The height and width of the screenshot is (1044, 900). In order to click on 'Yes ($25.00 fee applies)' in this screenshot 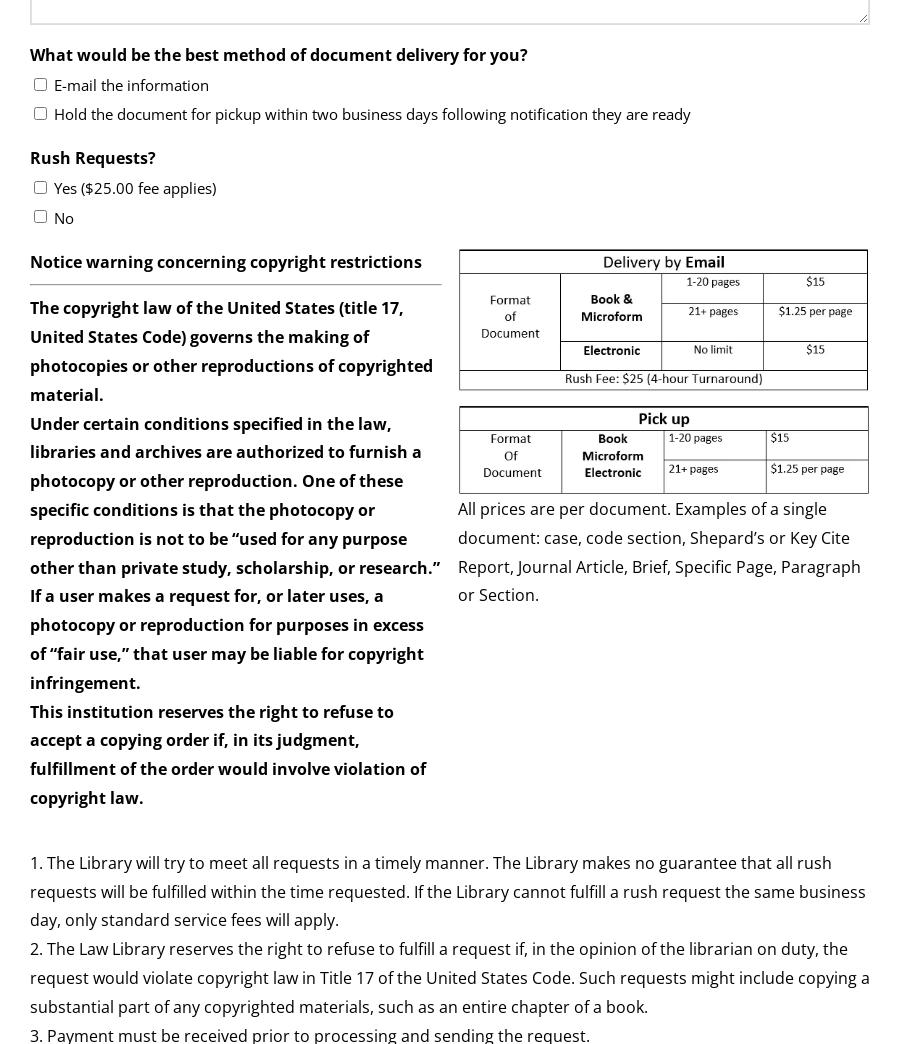, I will do `click(135, 187)`.